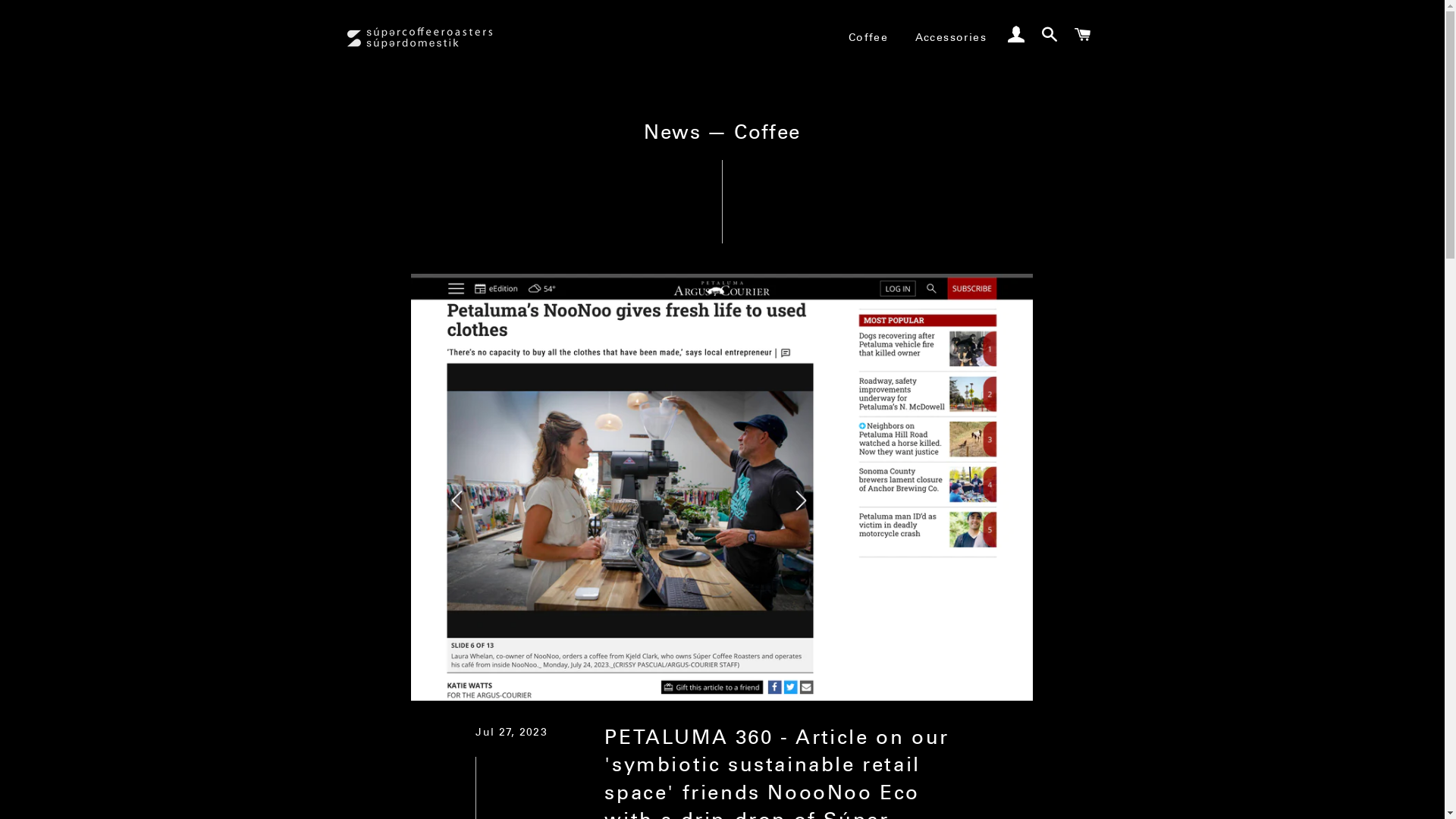  Describe the element at coordinates (1068, 34) in the screenshot. I see `'Cart'` at that location.